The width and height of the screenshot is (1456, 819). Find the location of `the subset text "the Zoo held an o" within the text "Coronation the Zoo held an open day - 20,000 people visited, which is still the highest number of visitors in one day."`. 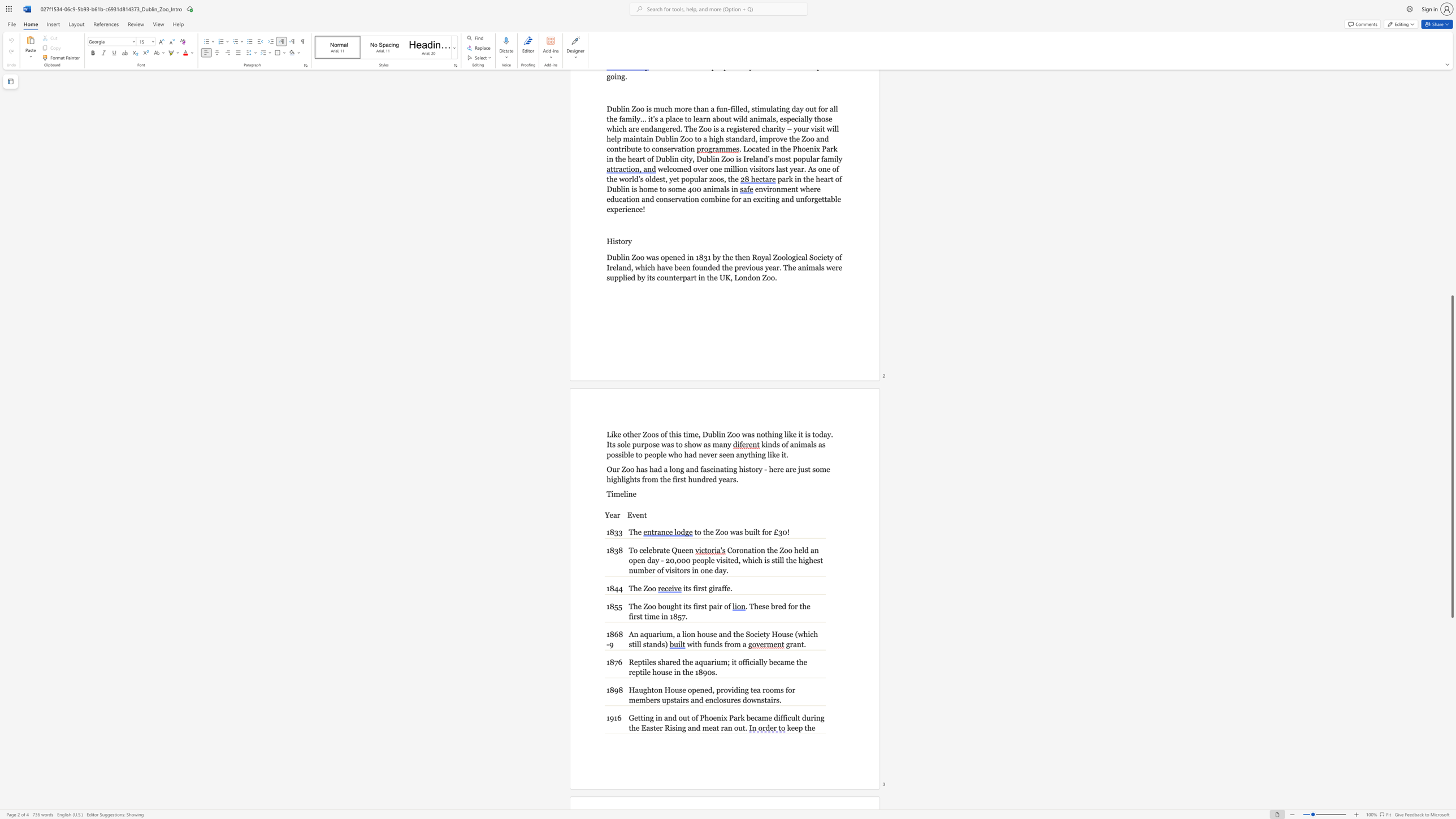

the subset text "the Zoo held an o" within the text "Coronation the Zoo held an open day - 20,000 people visited, which is still the highest number of visitors in one day." is located at coordinates (766, 549).